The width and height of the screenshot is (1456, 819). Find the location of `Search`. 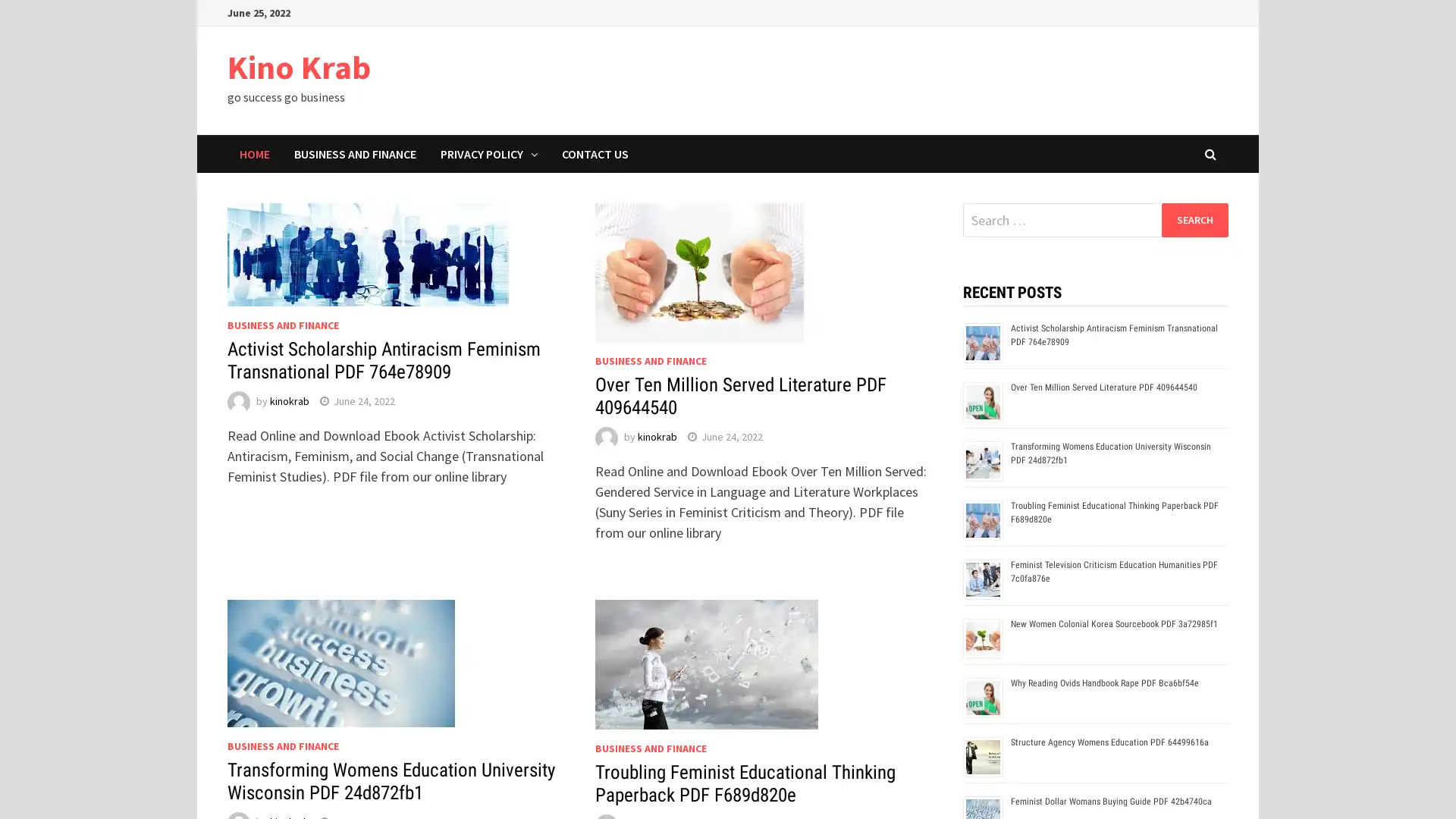

Search is located at coordinates (1194, 219).